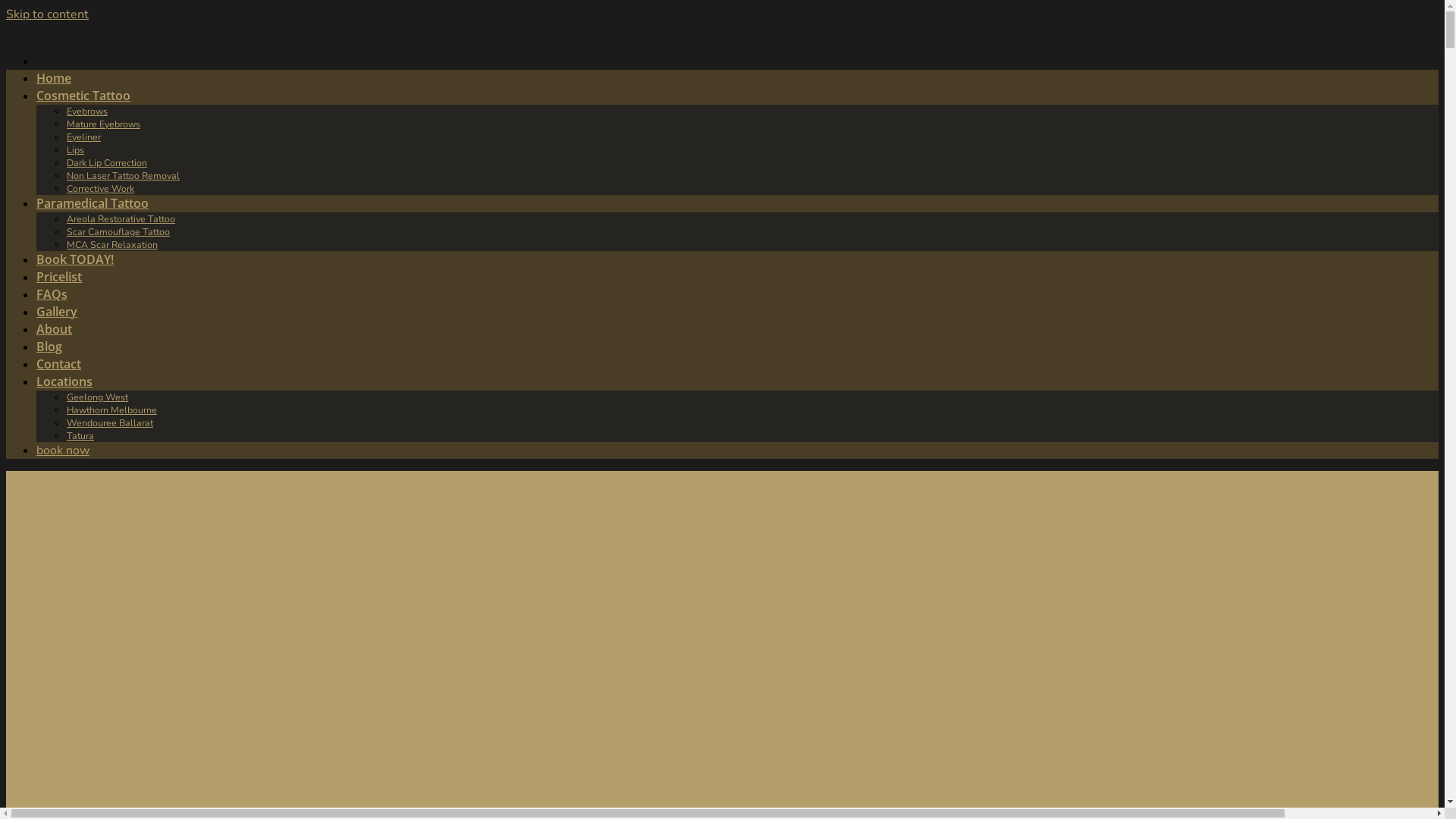 The image size is (1456, 819). Describe the element at coordinates (86, 110) in the screenshot. I see `'Eyebrows'` at that location.